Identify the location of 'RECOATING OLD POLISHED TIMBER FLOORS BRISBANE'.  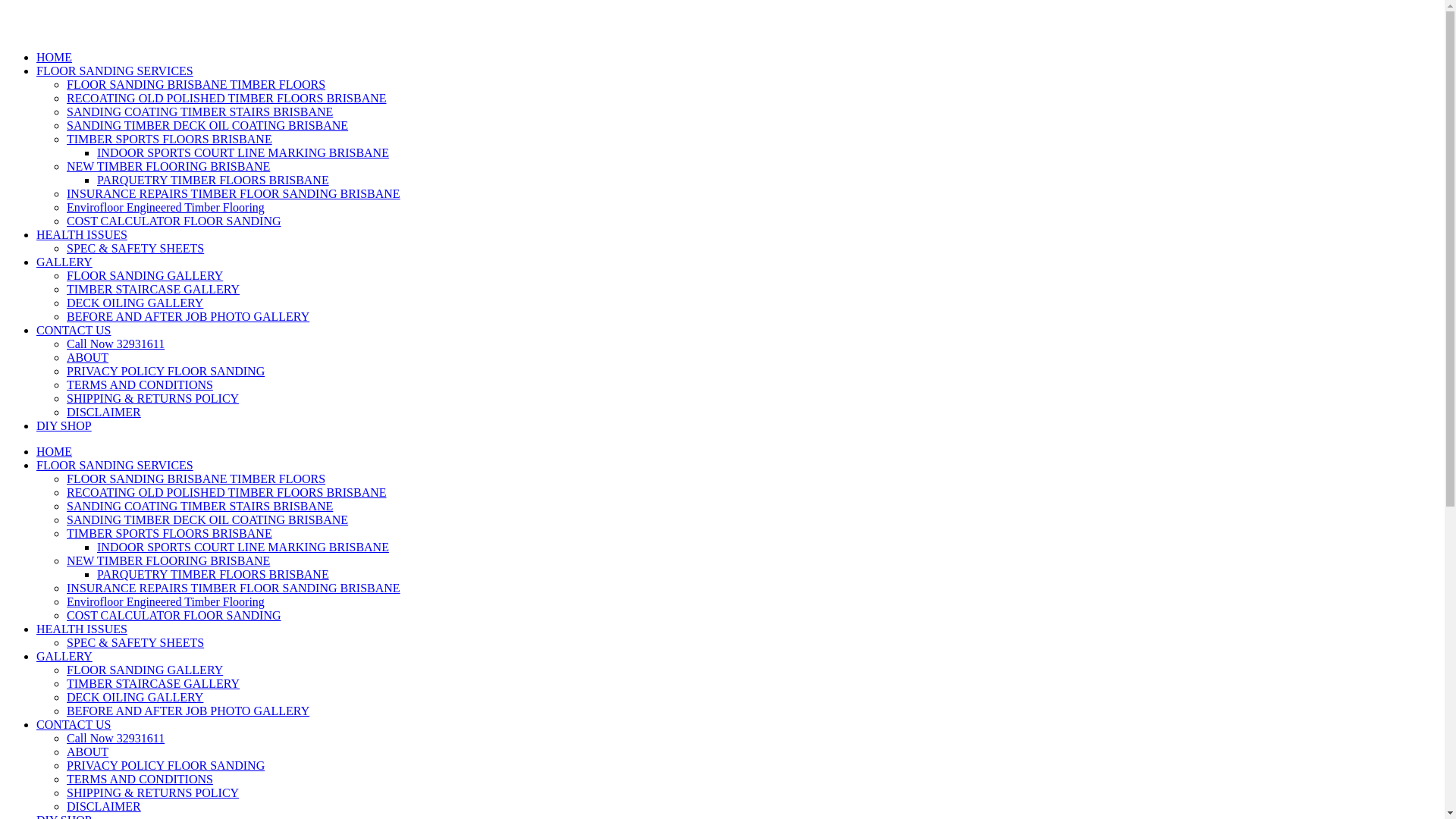
(225, 98).